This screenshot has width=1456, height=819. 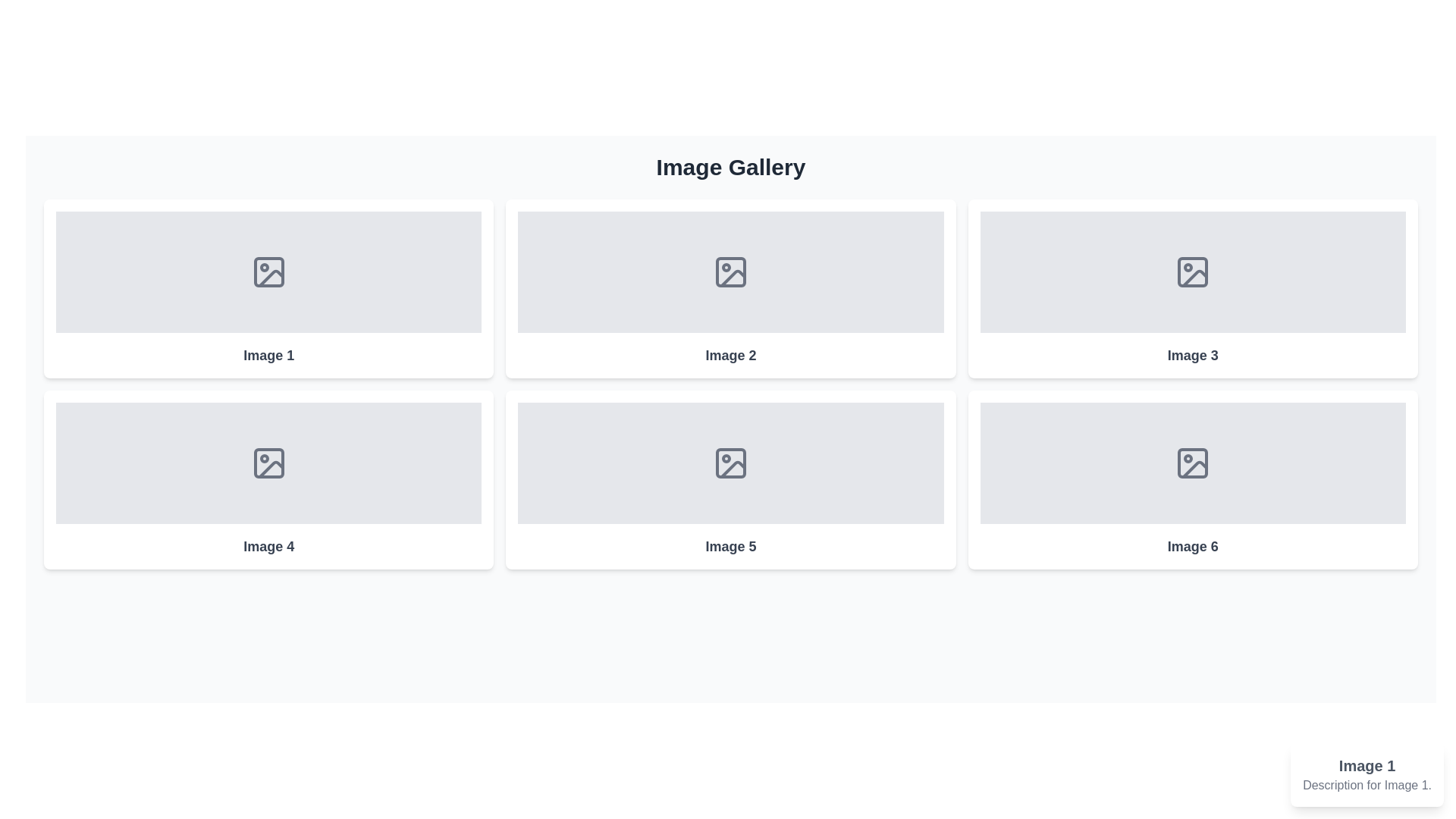 What do you see at coordinates (1192, 462) in the screenshot?
I see `the small decorative SVG rectangle with rounded corners located in the upper-left of the image placeholder icon within the sixth item of the grid` at bounding box center [1192, 462].